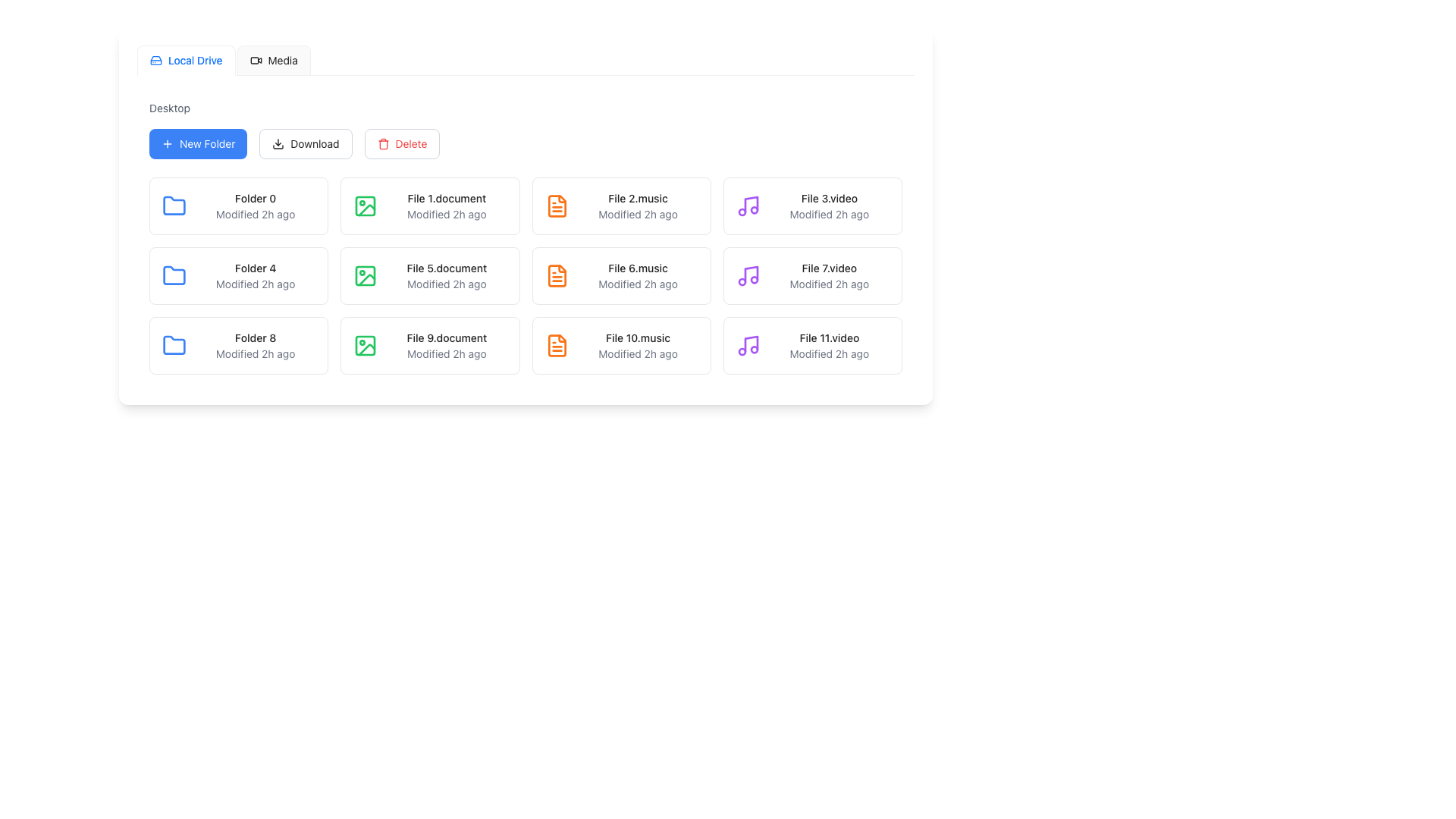  I want to click on the folder icon associated with 'Folder 8', which is located in the third row of the left column in the grid, so click(174, 345).